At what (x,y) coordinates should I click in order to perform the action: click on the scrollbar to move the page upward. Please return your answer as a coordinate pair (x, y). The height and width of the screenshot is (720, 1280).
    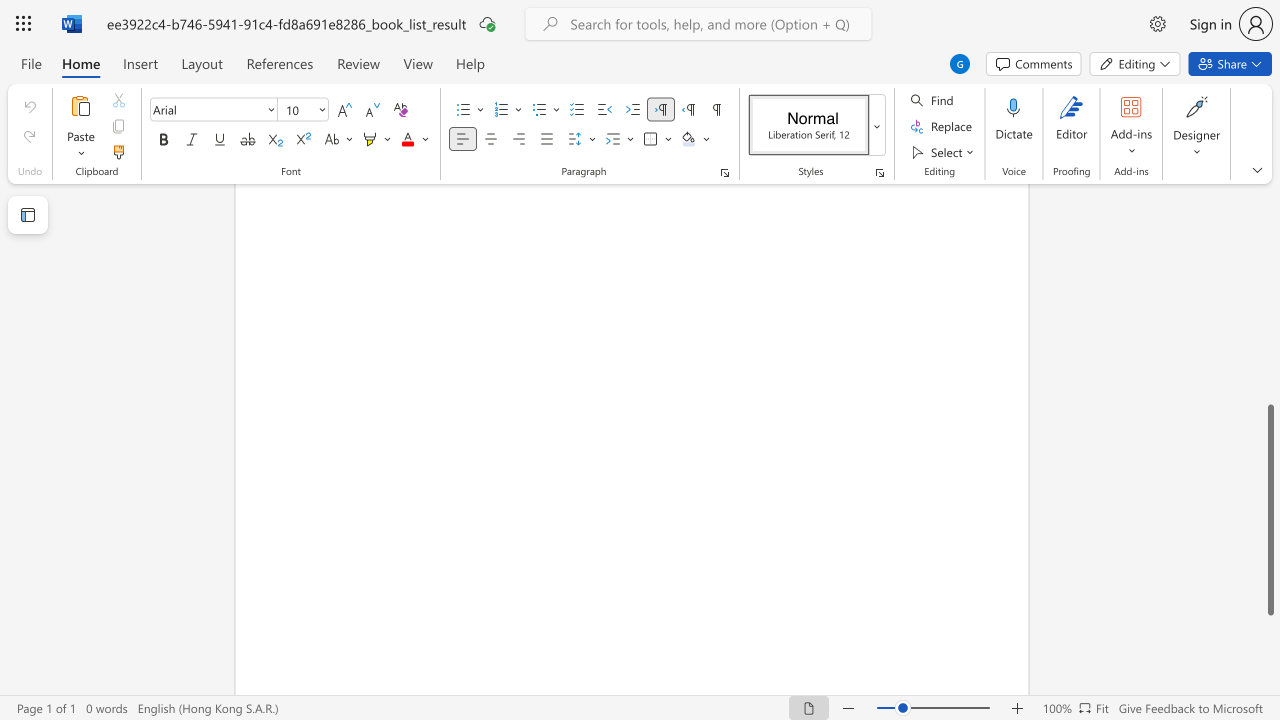
    Looking at the image, I should click on (1269, 238).